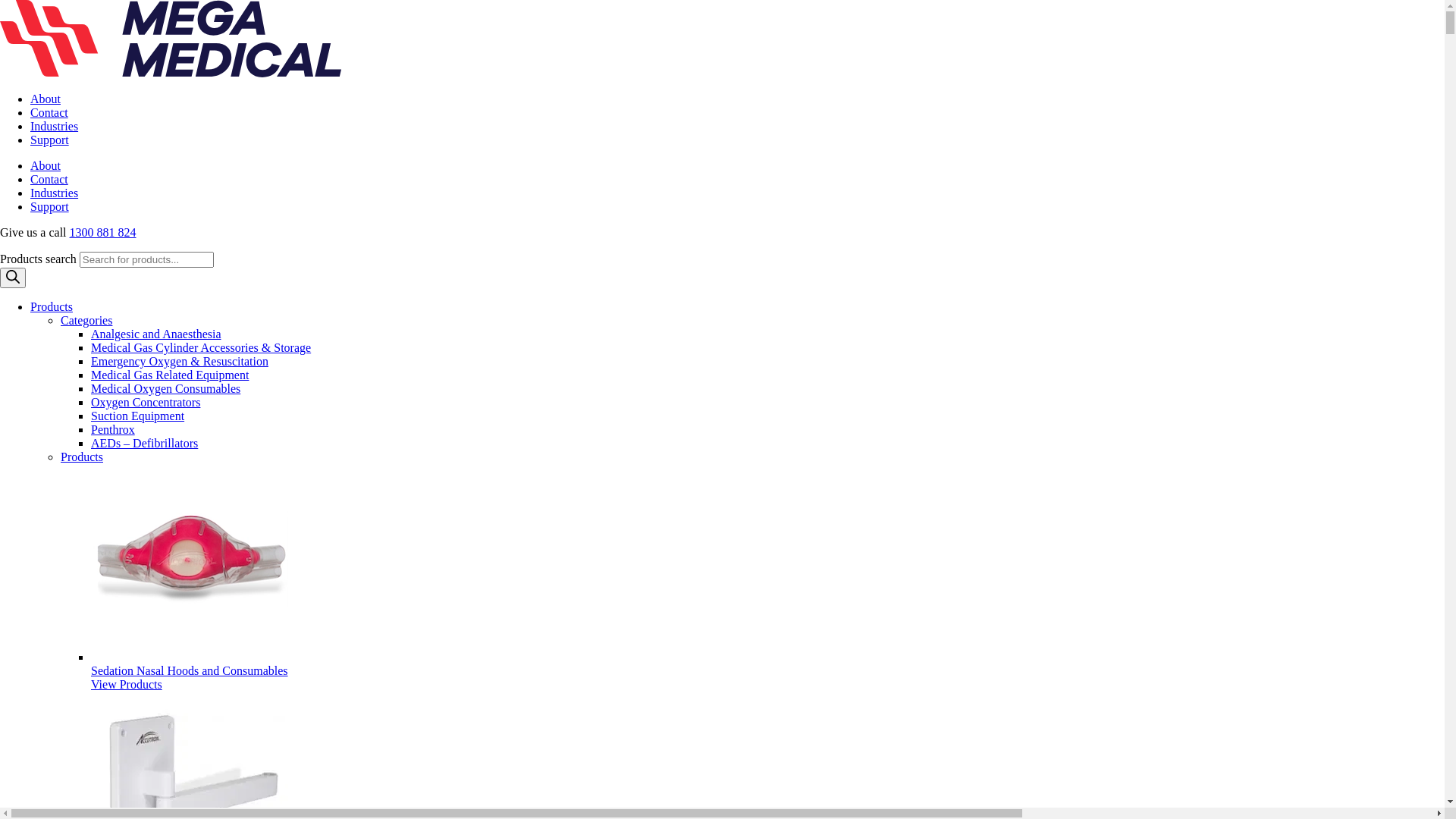 The width and height of the screenshot is (1456, 819). Describe the element at coordinates (156, 333) in the screenshot. I see `'Analgesic and Anaesthesia'` at that location.